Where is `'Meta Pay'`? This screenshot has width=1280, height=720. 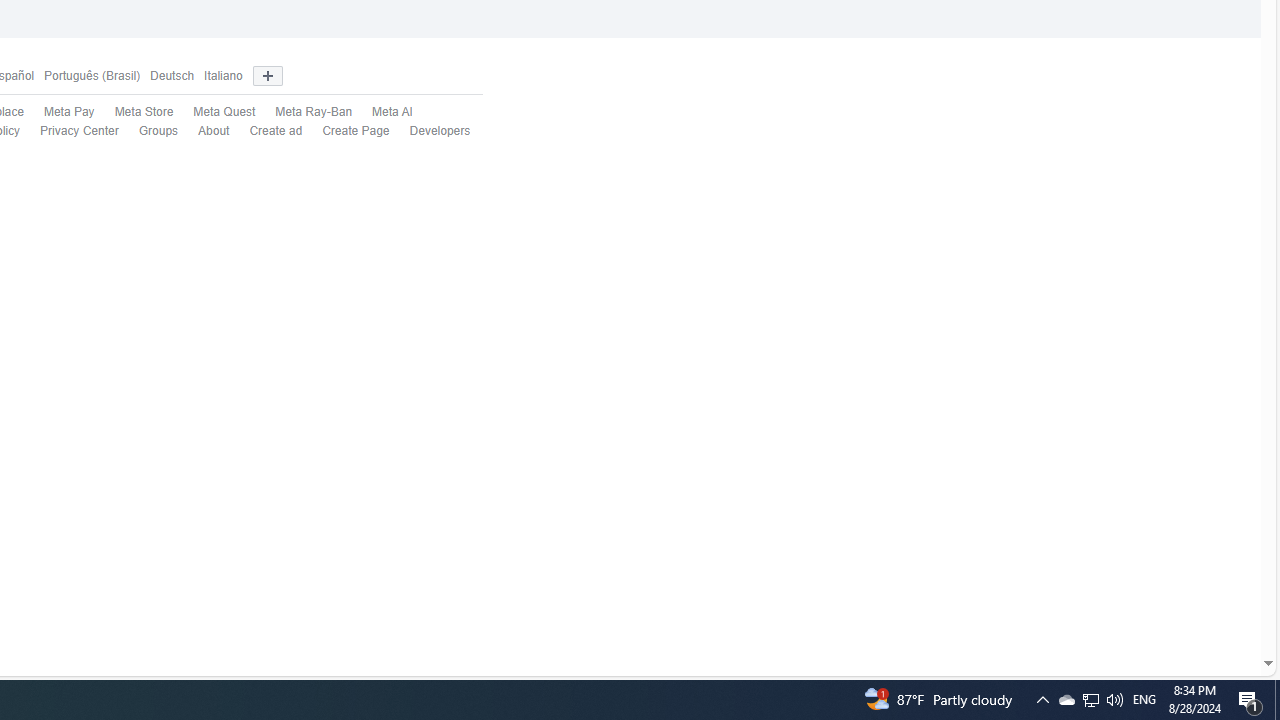 'Meta Pay' is located at coordinates (69, 112).